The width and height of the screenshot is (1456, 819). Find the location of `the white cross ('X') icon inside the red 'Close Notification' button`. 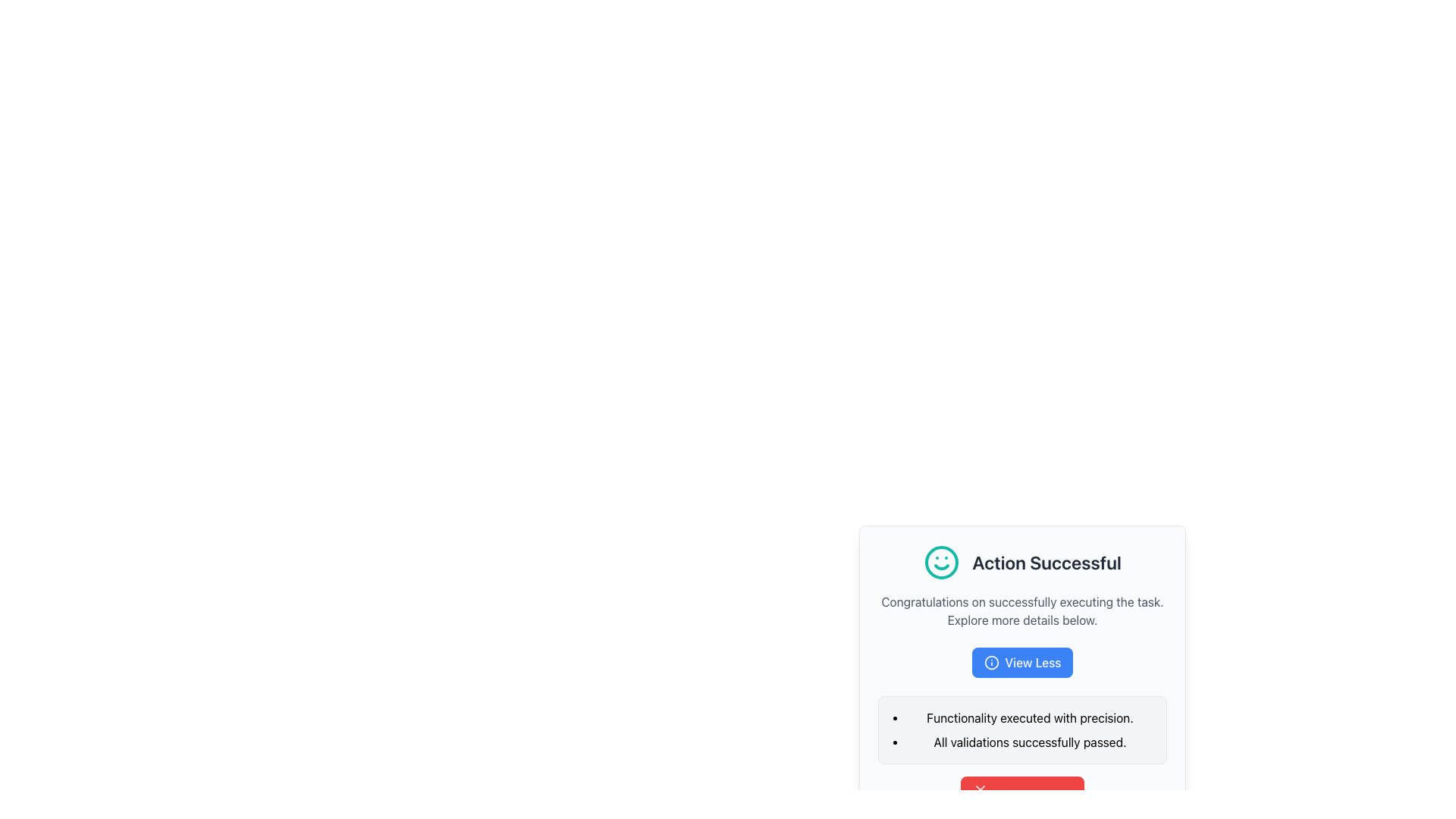

the white cross ('X') icon inside the red 'Close Notification' button is located at coordinates (980, 789).